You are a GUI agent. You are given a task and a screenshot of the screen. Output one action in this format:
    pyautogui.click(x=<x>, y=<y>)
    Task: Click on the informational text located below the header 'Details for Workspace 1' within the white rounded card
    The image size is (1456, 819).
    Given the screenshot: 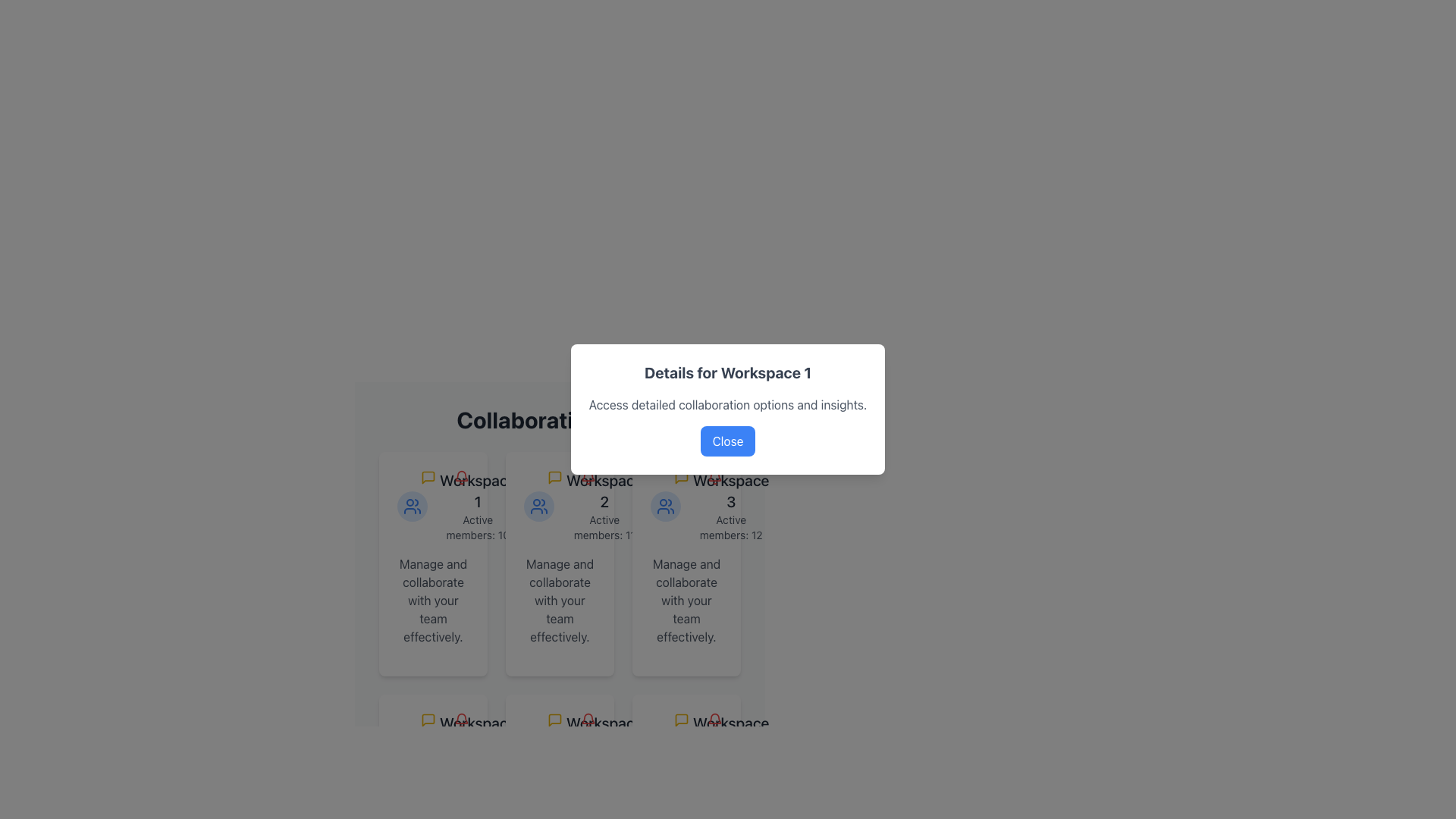 What is the action you would take?
    pyautogui.click(x=728, y=403)
    